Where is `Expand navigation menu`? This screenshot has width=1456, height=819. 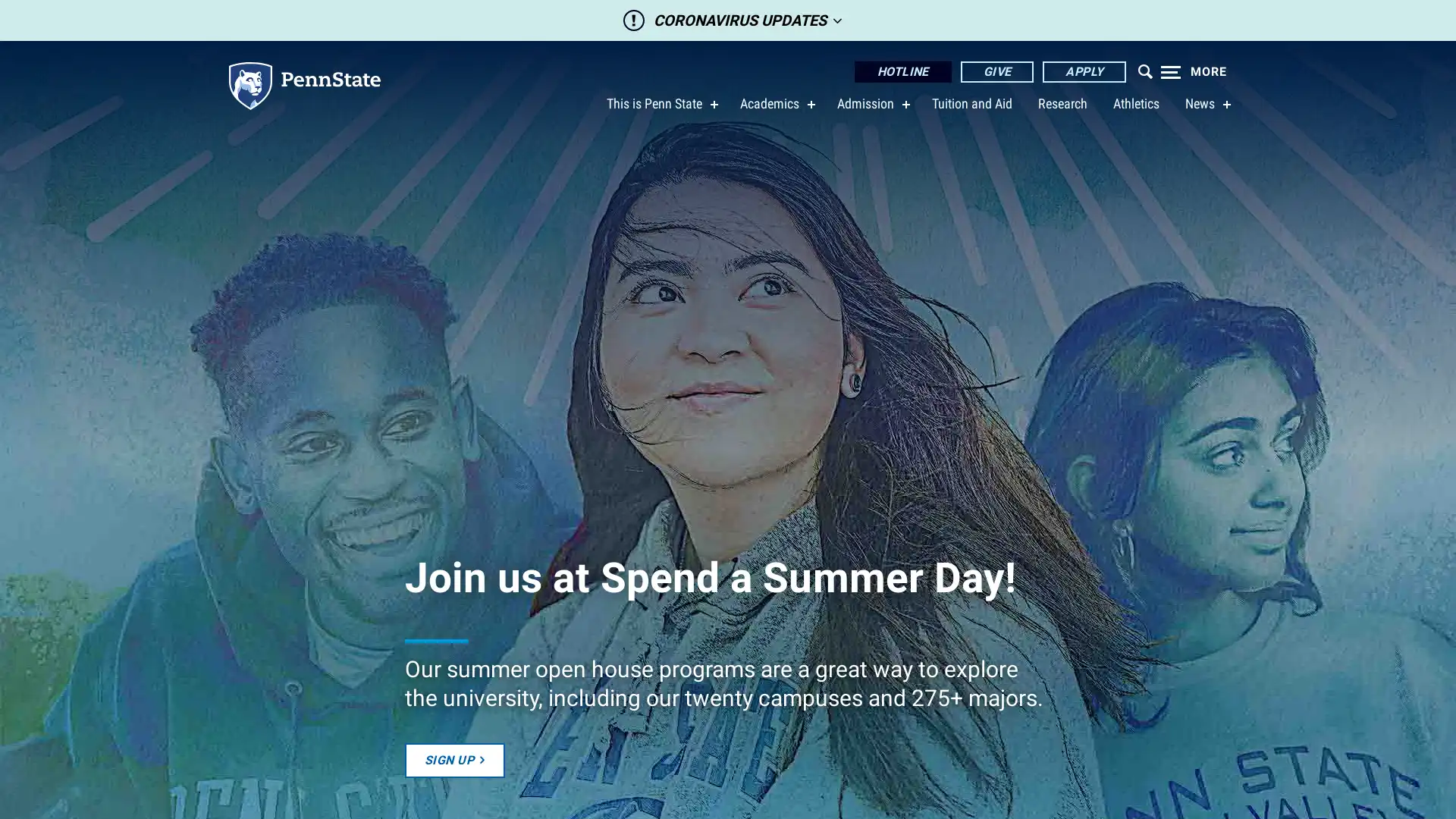 Expand navigation menu is located at coordinates (1193, 71).